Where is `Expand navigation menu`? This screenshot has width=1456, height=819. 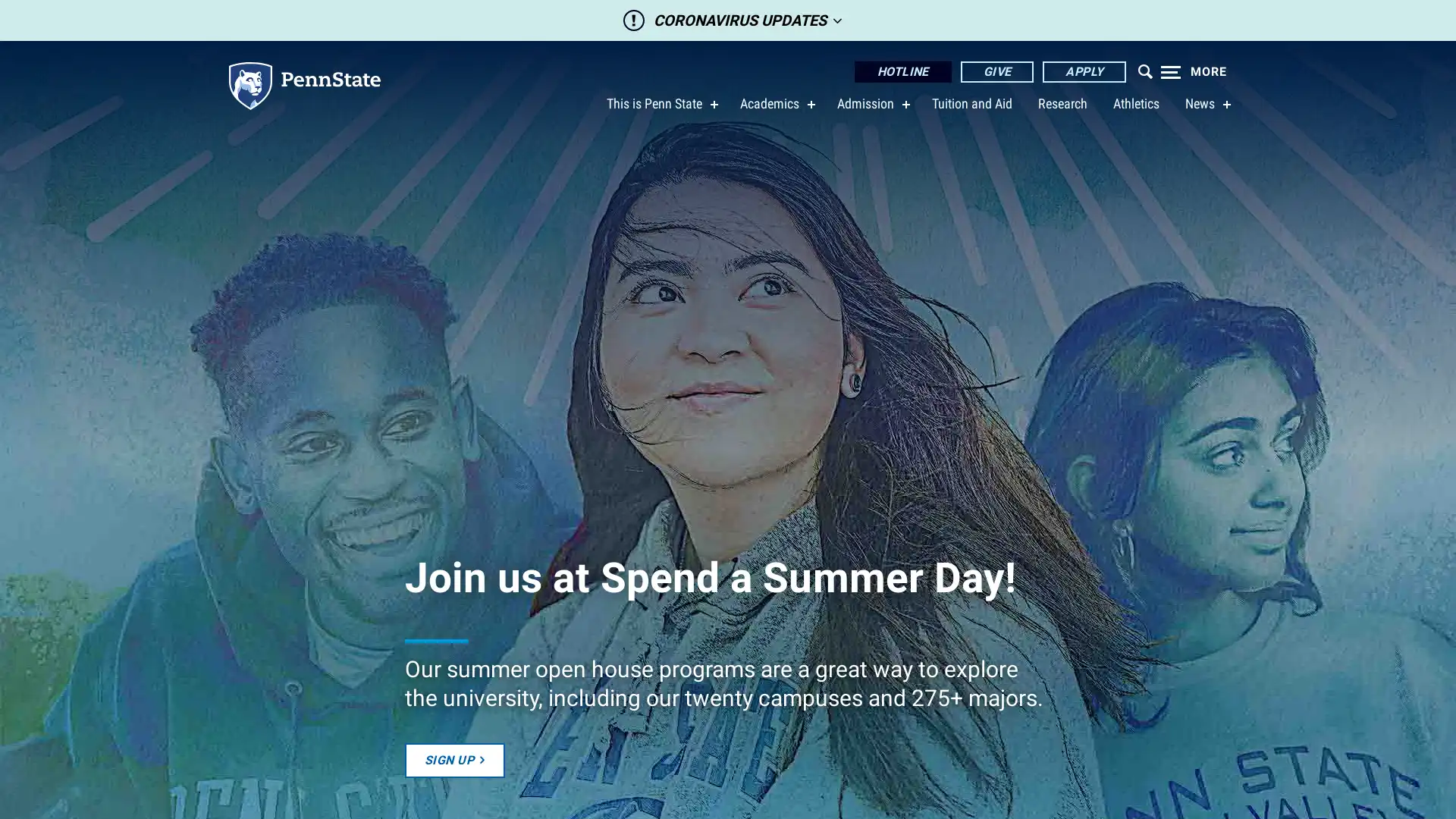 Expand navigation menu is located at coordinates (1193, 71).